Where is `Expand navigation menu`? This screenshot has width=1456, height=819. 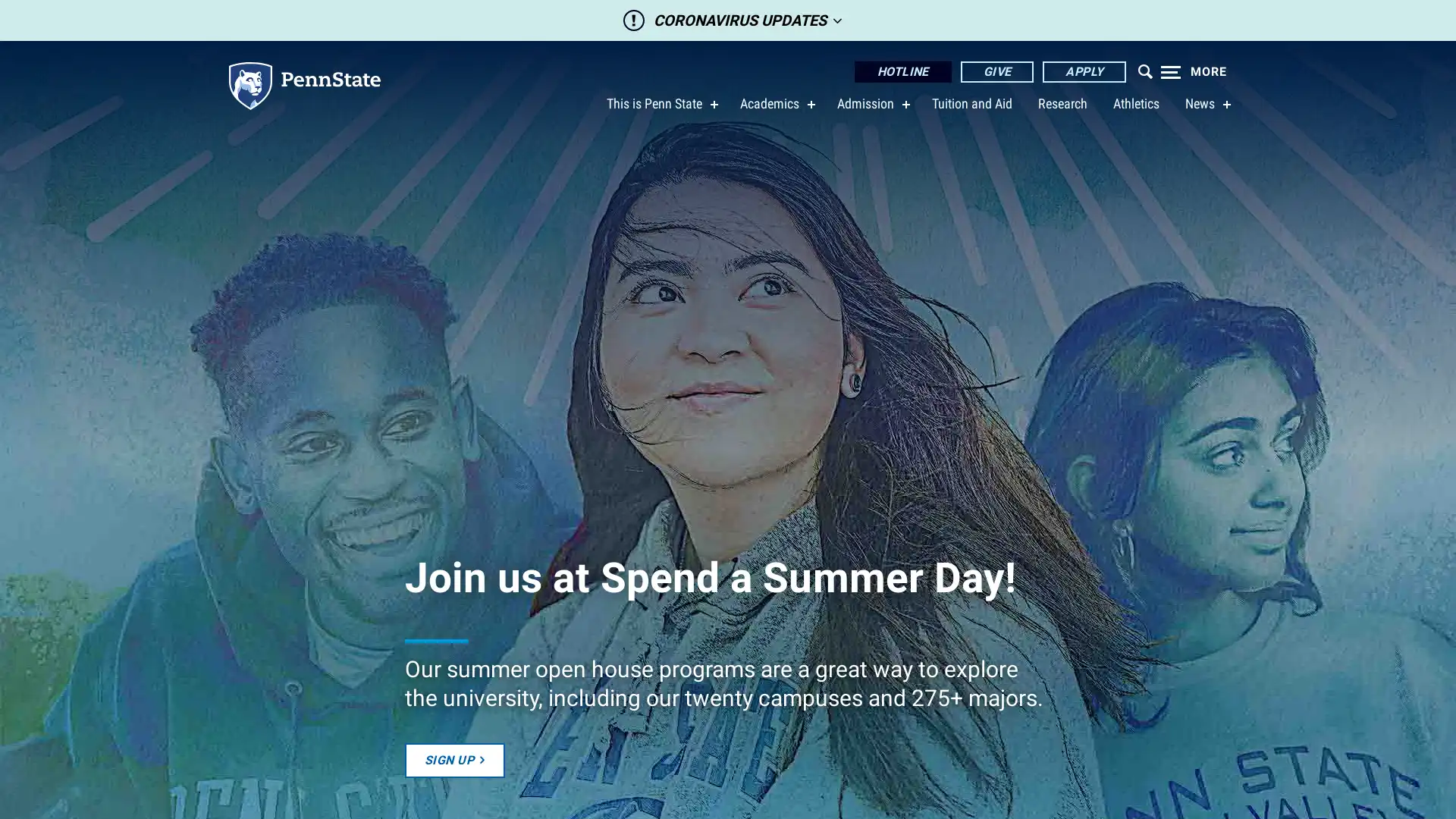 Expand navigation menu is located at coordinates (1193, 71).